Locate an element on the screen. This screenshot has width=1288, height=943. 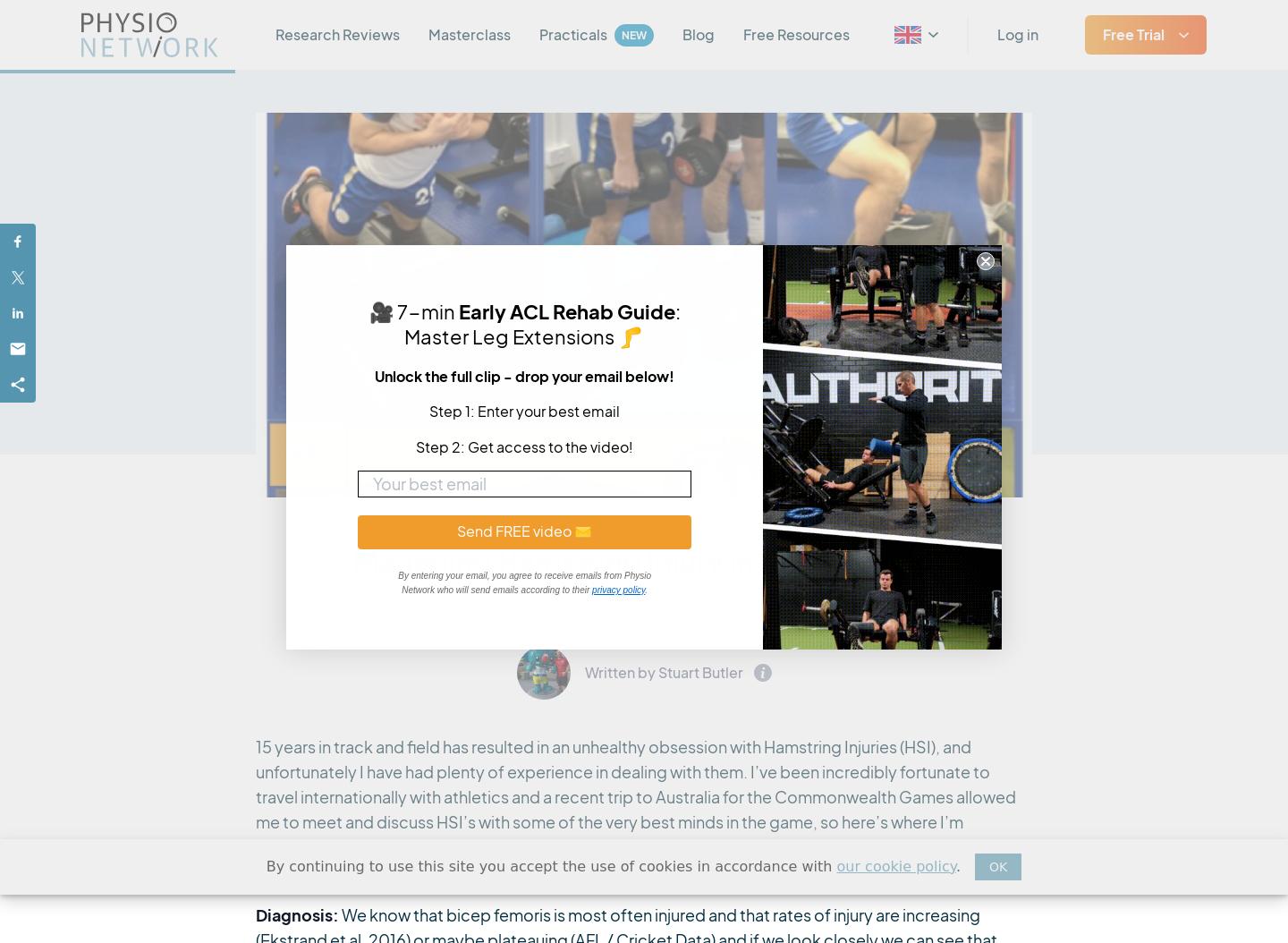
'PT' is located at coordinates (924, 268).